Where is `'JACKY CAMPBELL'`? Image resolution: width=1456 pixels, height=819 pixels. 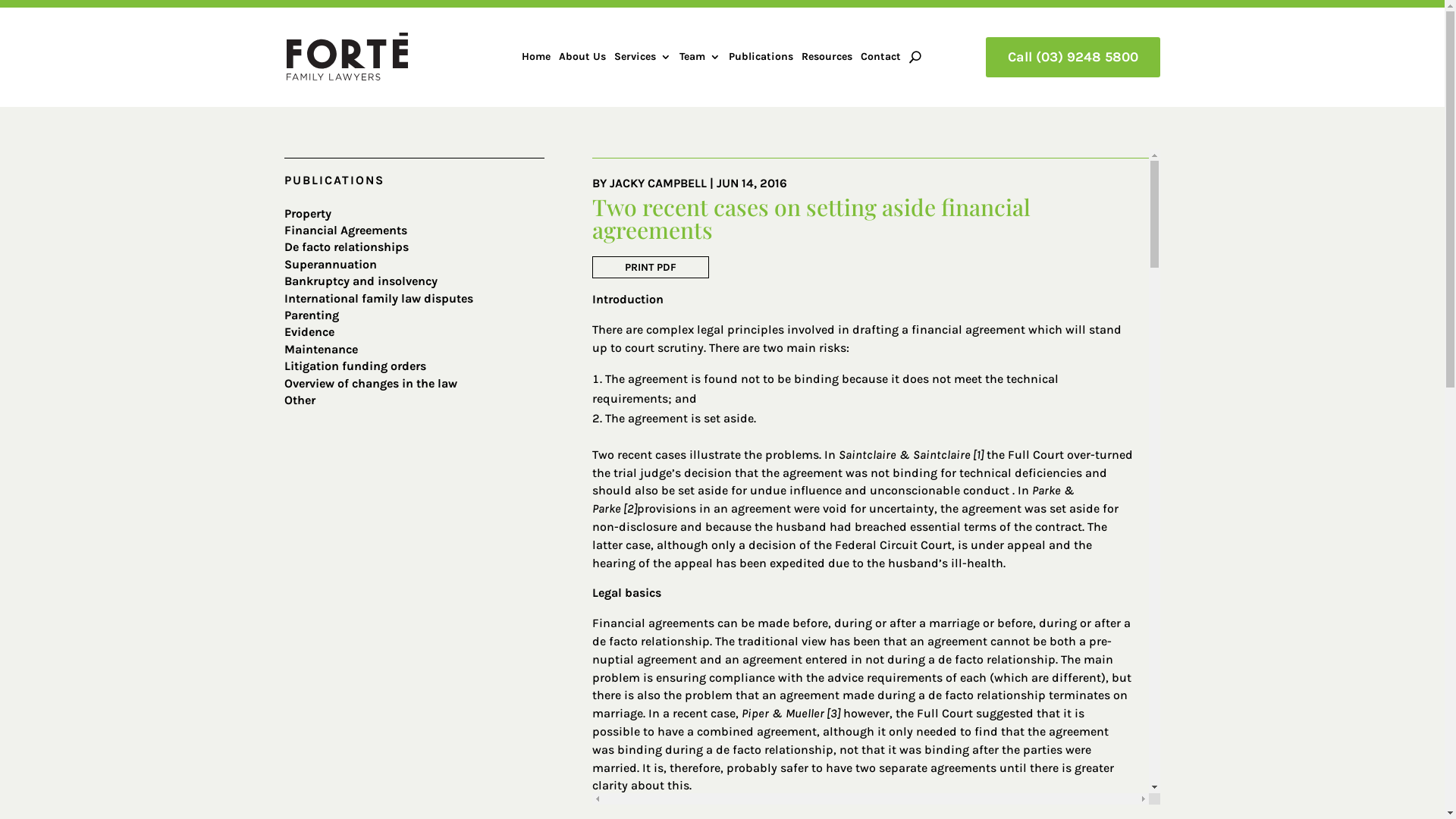 'JACKY CAMPBELL' is located at coordinates (658, 182).